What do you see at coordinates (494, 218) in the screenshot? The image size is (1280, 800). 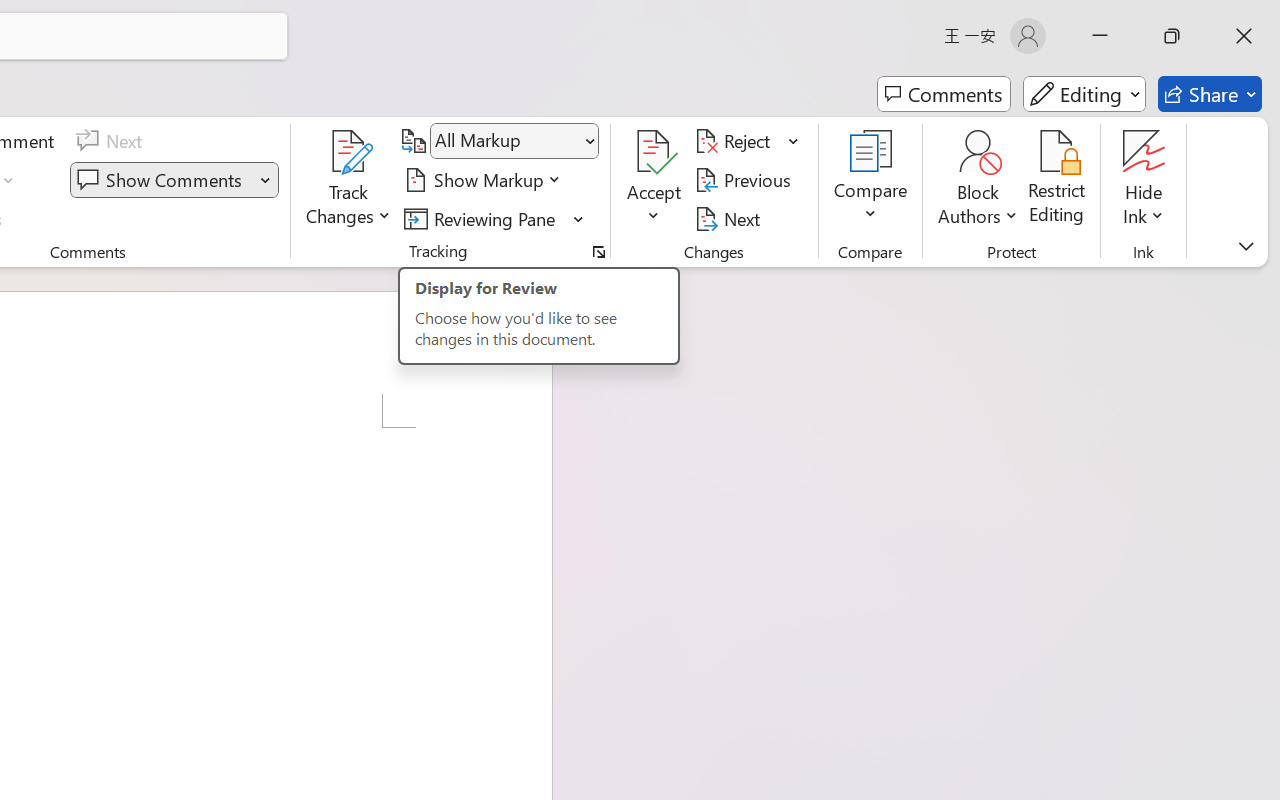 I see `'Reviewing Pane'` at bounding box center [494, 218].